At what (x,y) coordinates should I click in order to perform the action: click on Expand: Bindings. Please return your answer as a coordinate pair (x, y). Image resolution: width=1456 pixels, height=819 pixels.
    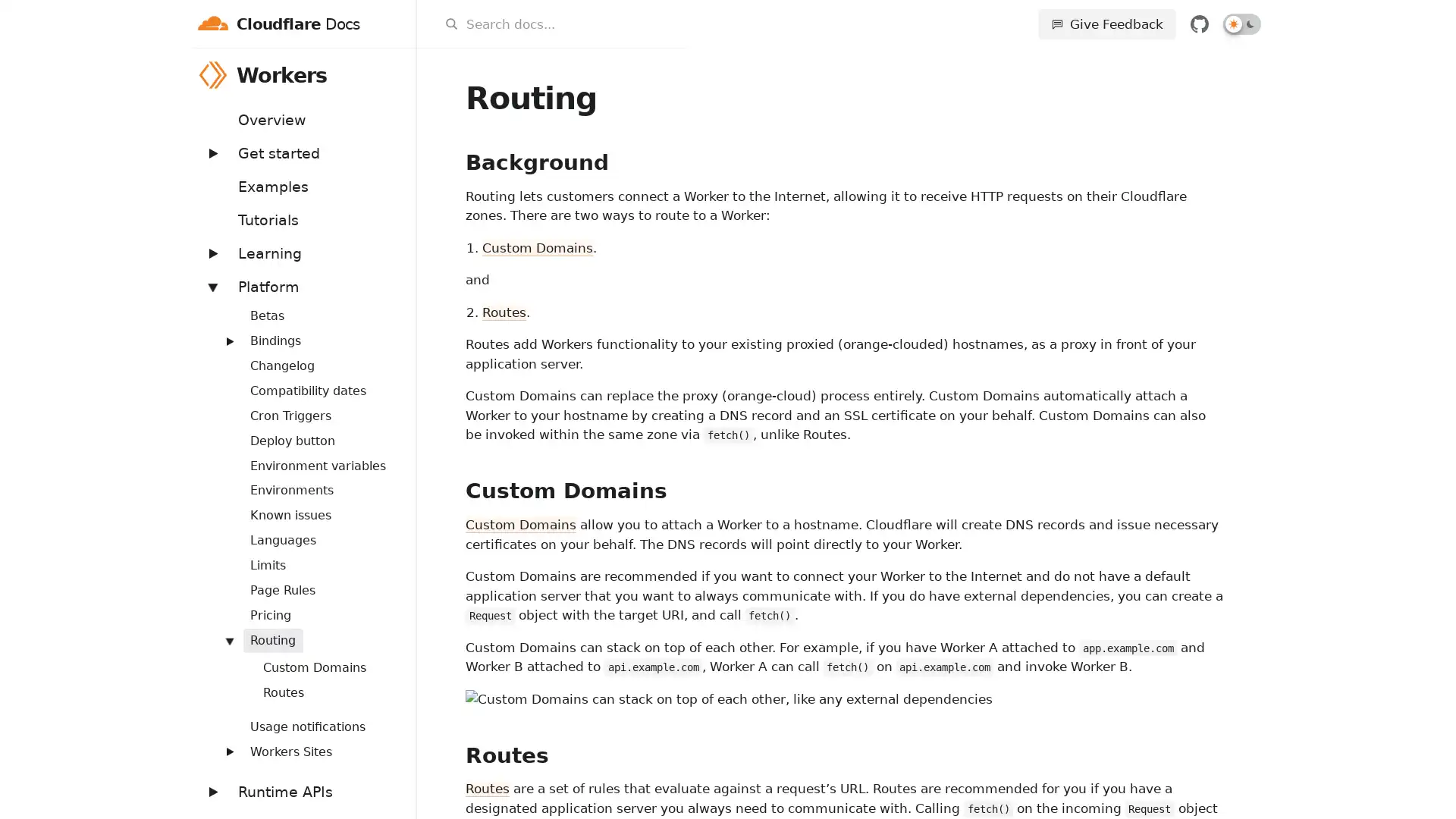
    Looking at the image, I should click on (228, 339).